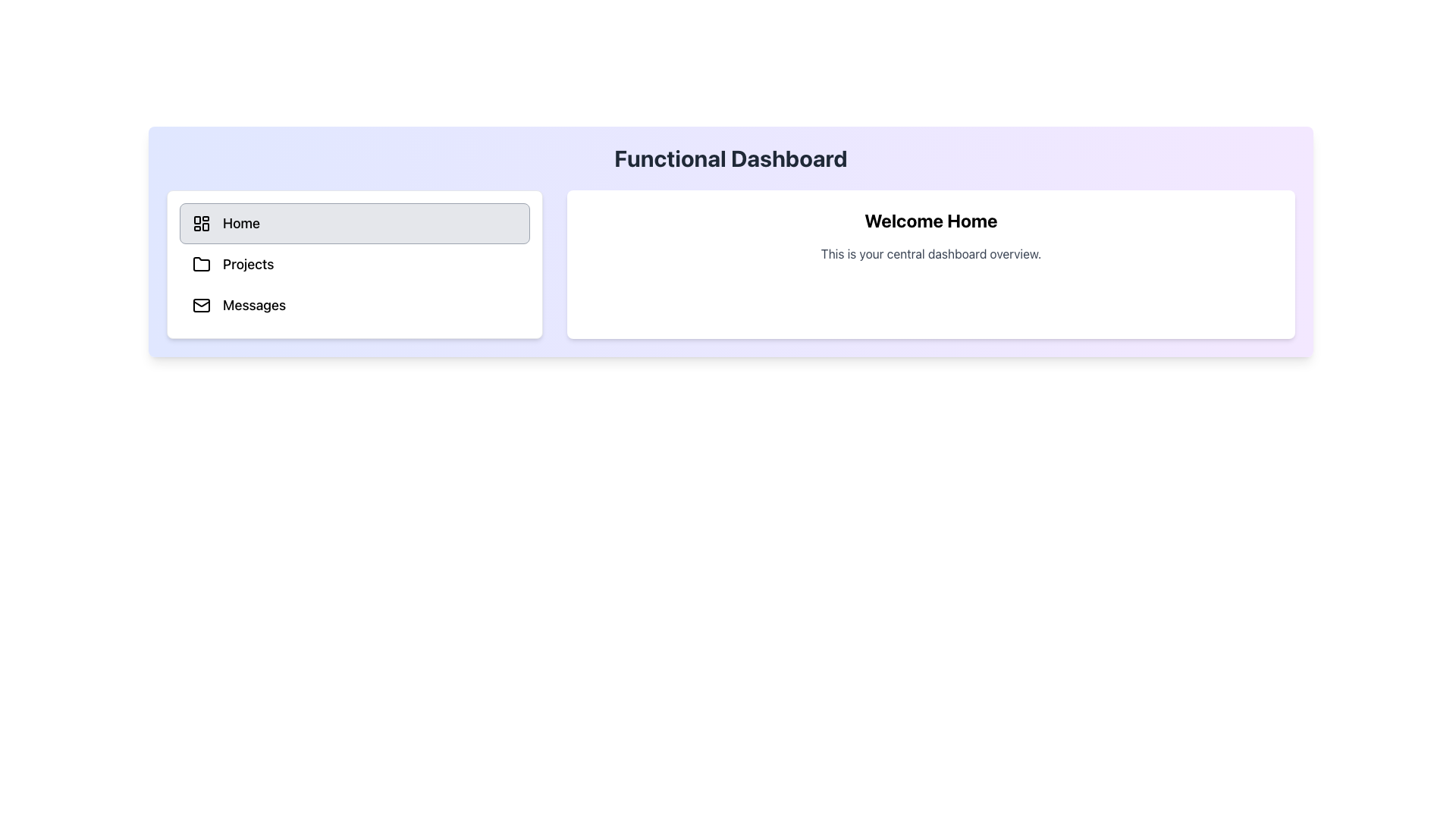 Image resolution: width=1456 pixels, height=819 pixels. Describe the element at coordinates (200, 223) in the screenshot. I see `the 'Home' icon which visually represents the 'Home' menu item, positioned to the left of the button's text label` at that location.